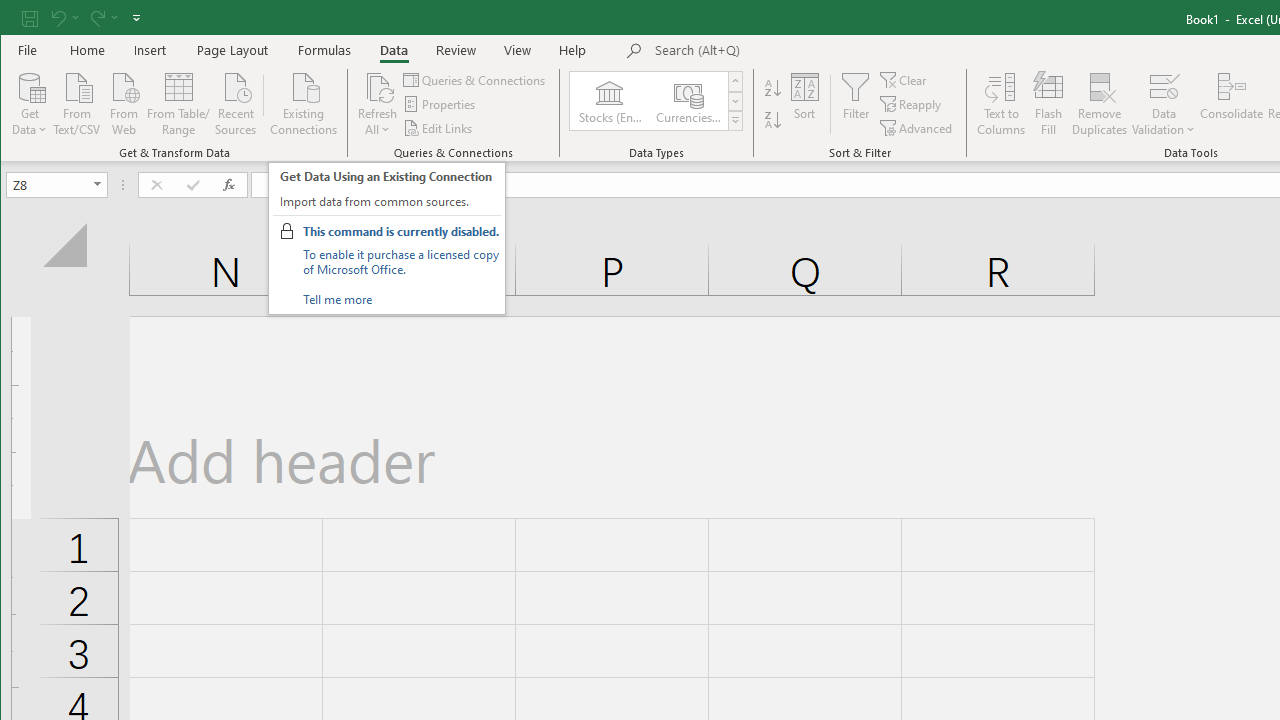  I want to click on 'This command is currently disabled.', so click(400, 230).